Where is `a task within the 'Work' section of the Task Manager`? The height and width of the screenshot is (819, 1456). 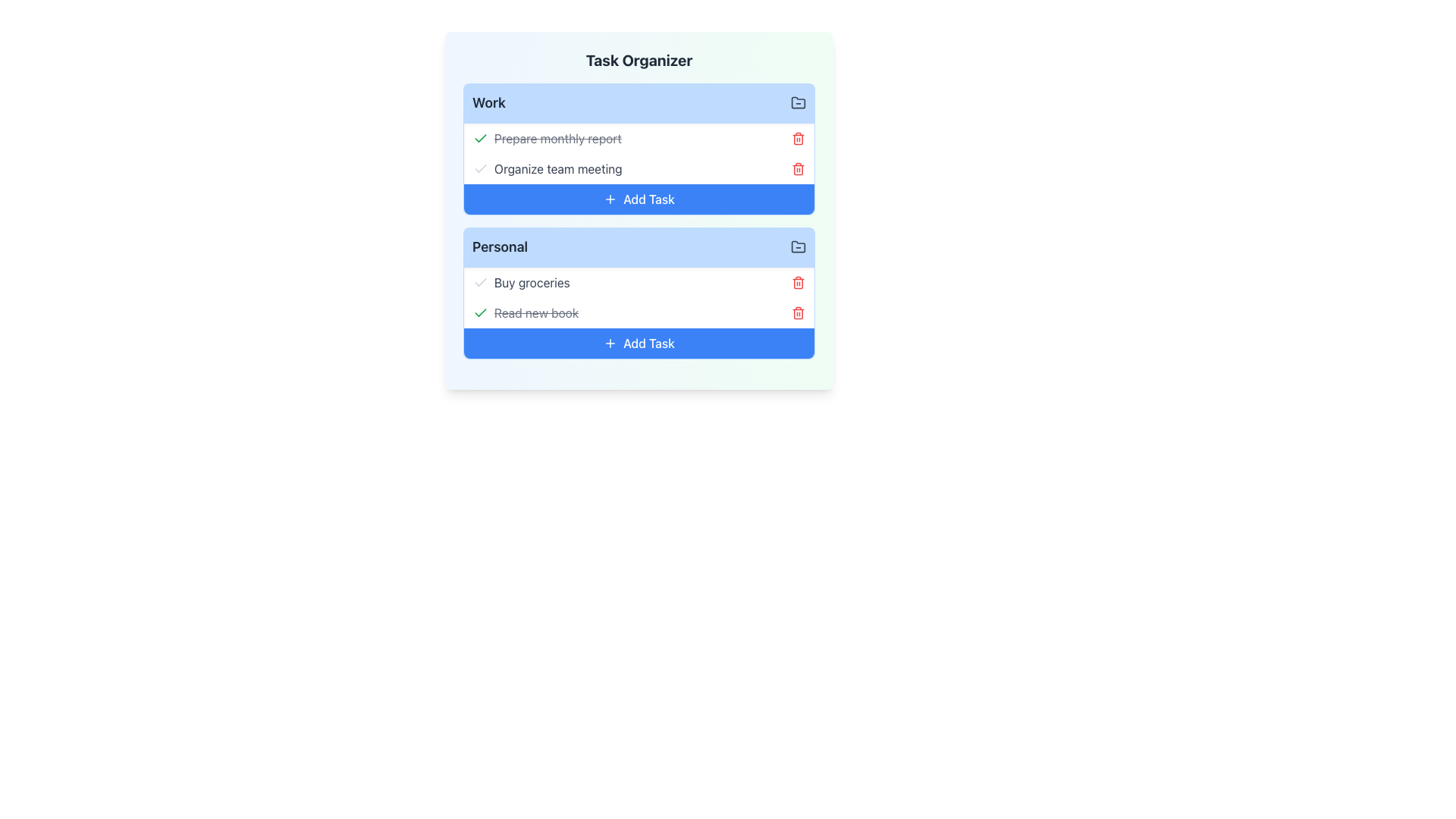 a task within the 'Work' section of the Task Manager is located at coordinates (639, 149).